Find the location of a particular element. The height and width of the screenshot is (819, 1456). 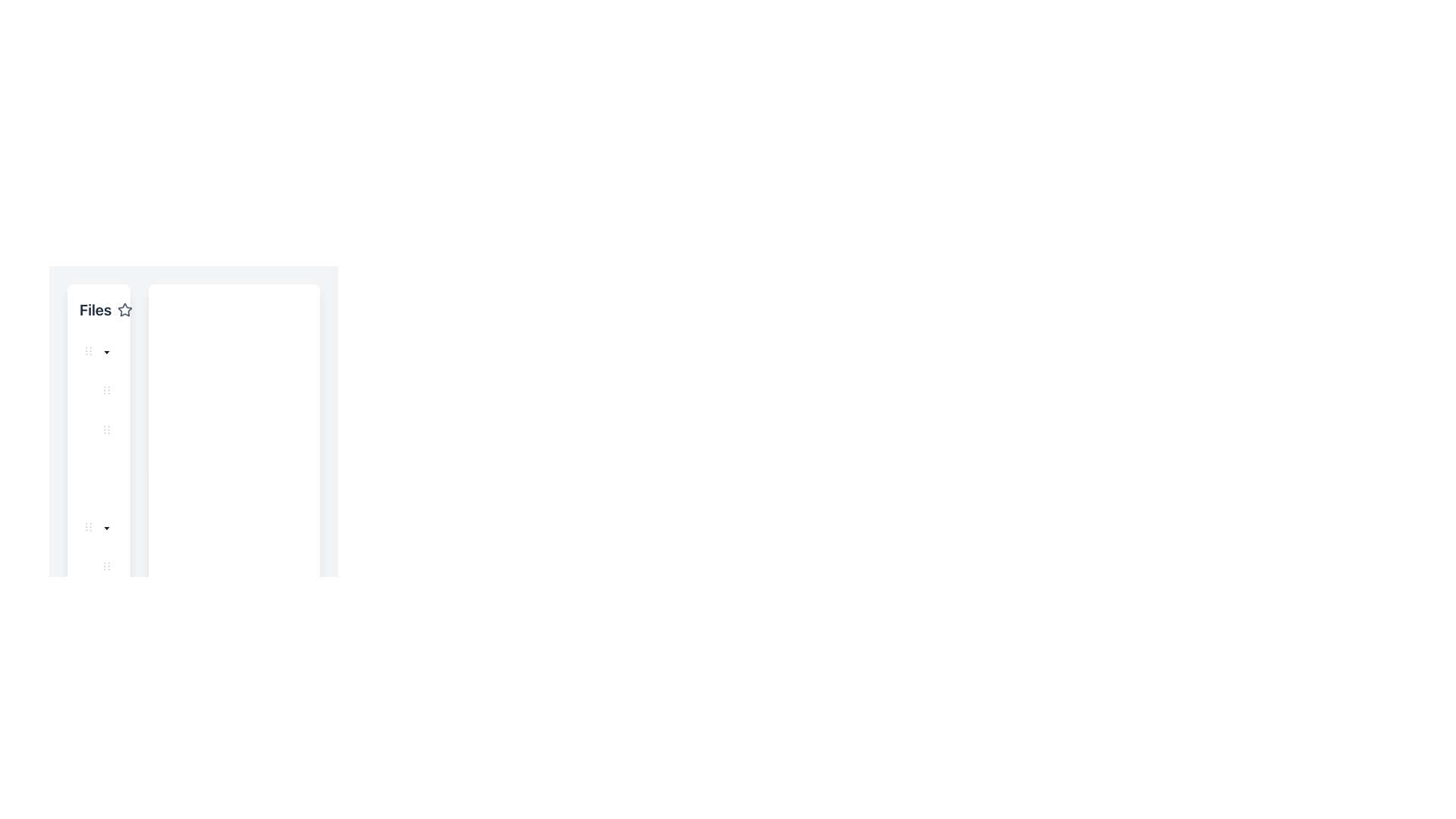

Tree indent graphical indicator located to the left of the 'Q1 Review.docx' item in the file navigation panel is located at coordinates (97, 497).